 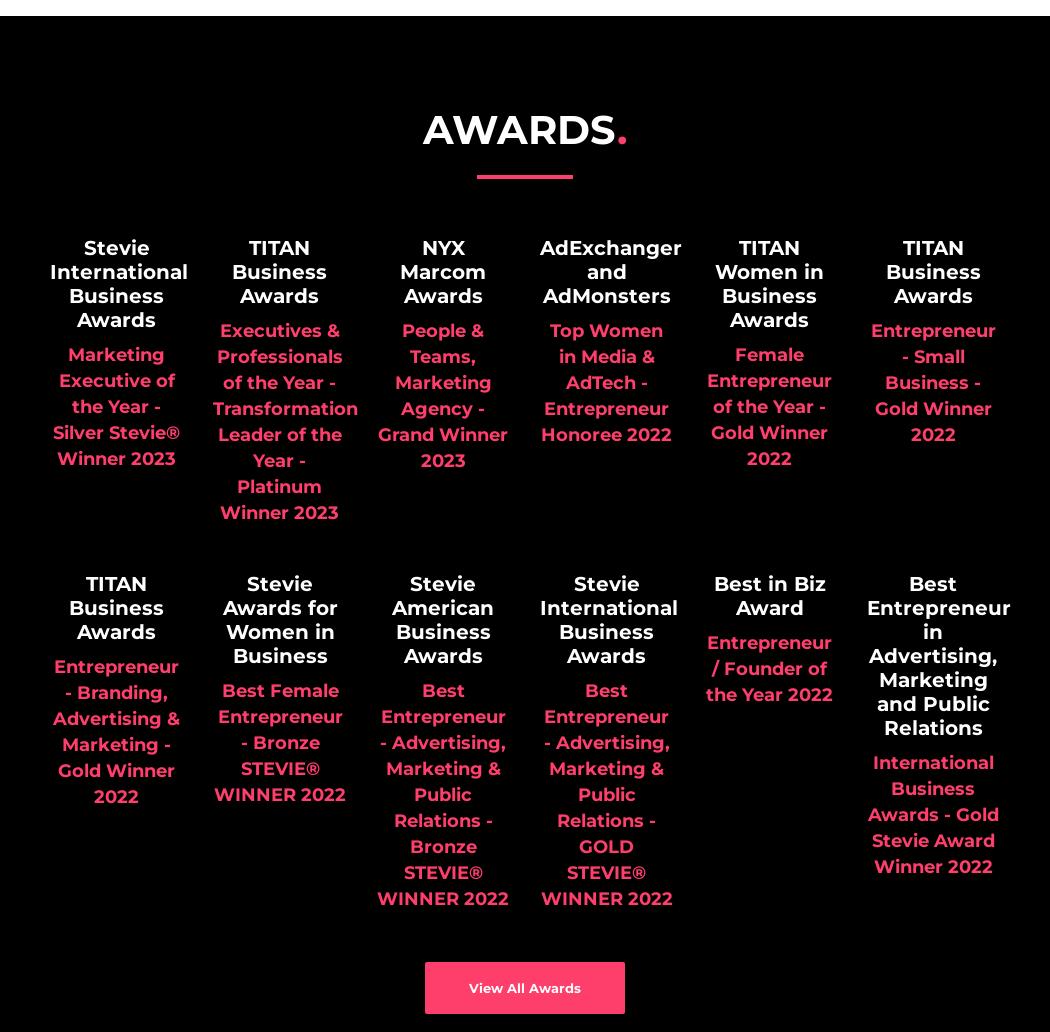 What do you see at coordinates (400, 272) in the screenshot?
I see `'NYX Marcom Awards'` at bounding box center [400, 272].